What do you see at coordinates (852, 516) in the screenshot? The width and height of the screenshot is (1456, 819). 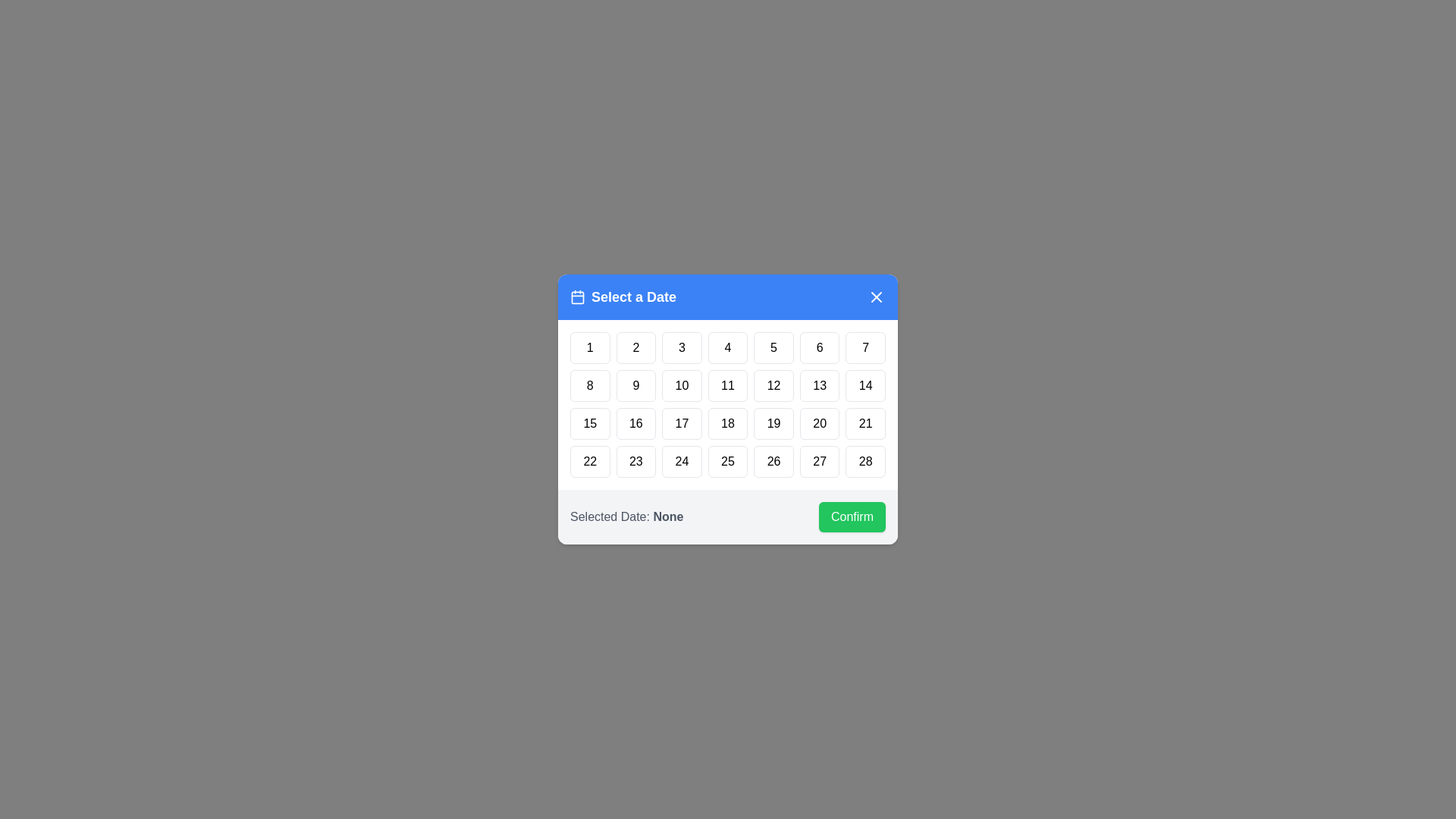 I see `the 'Confirm' button to confirm the selected date` at bounding box center [852, 516].